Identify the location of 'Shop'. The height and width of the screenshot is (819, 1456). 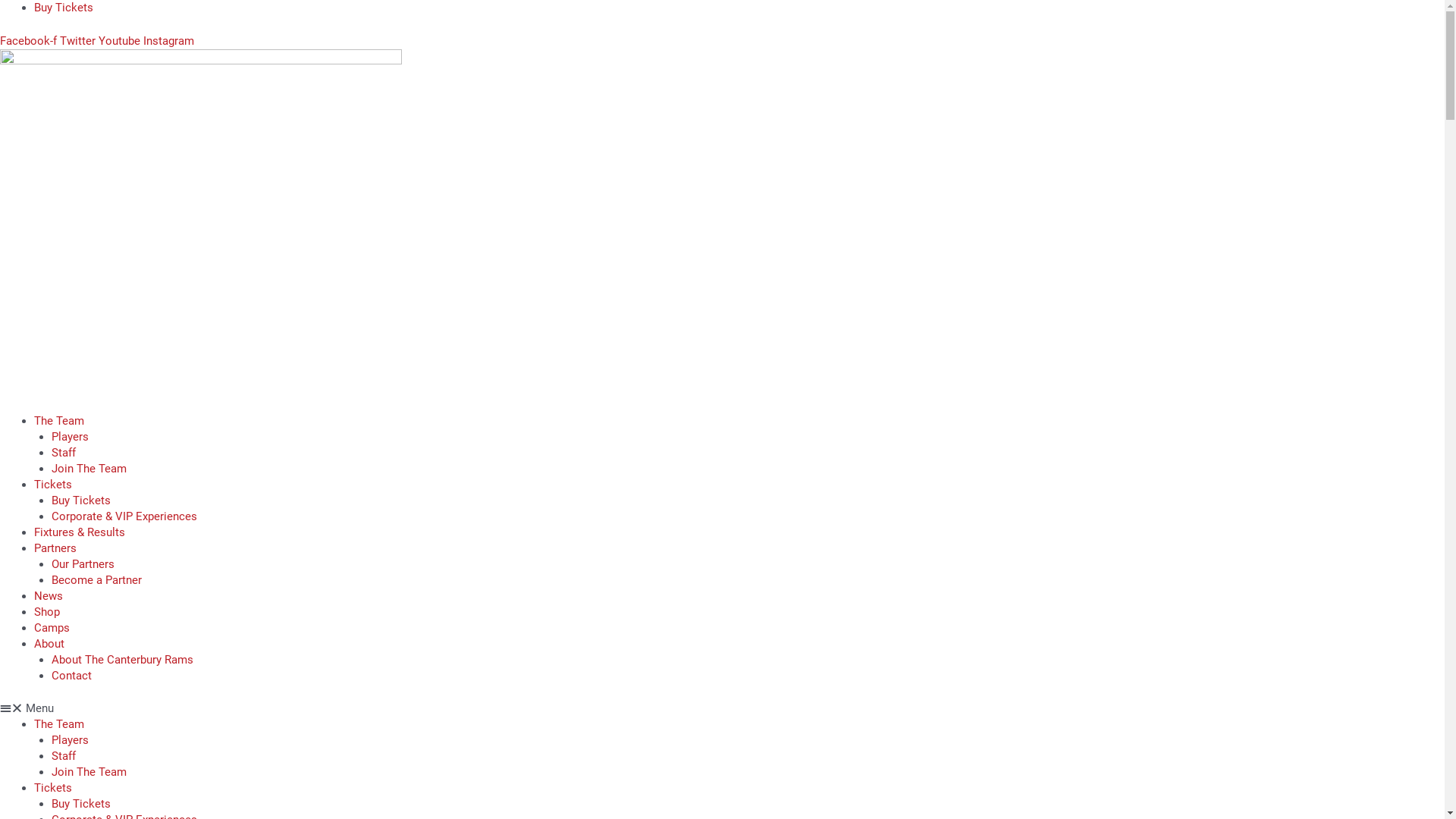
(47, 610).